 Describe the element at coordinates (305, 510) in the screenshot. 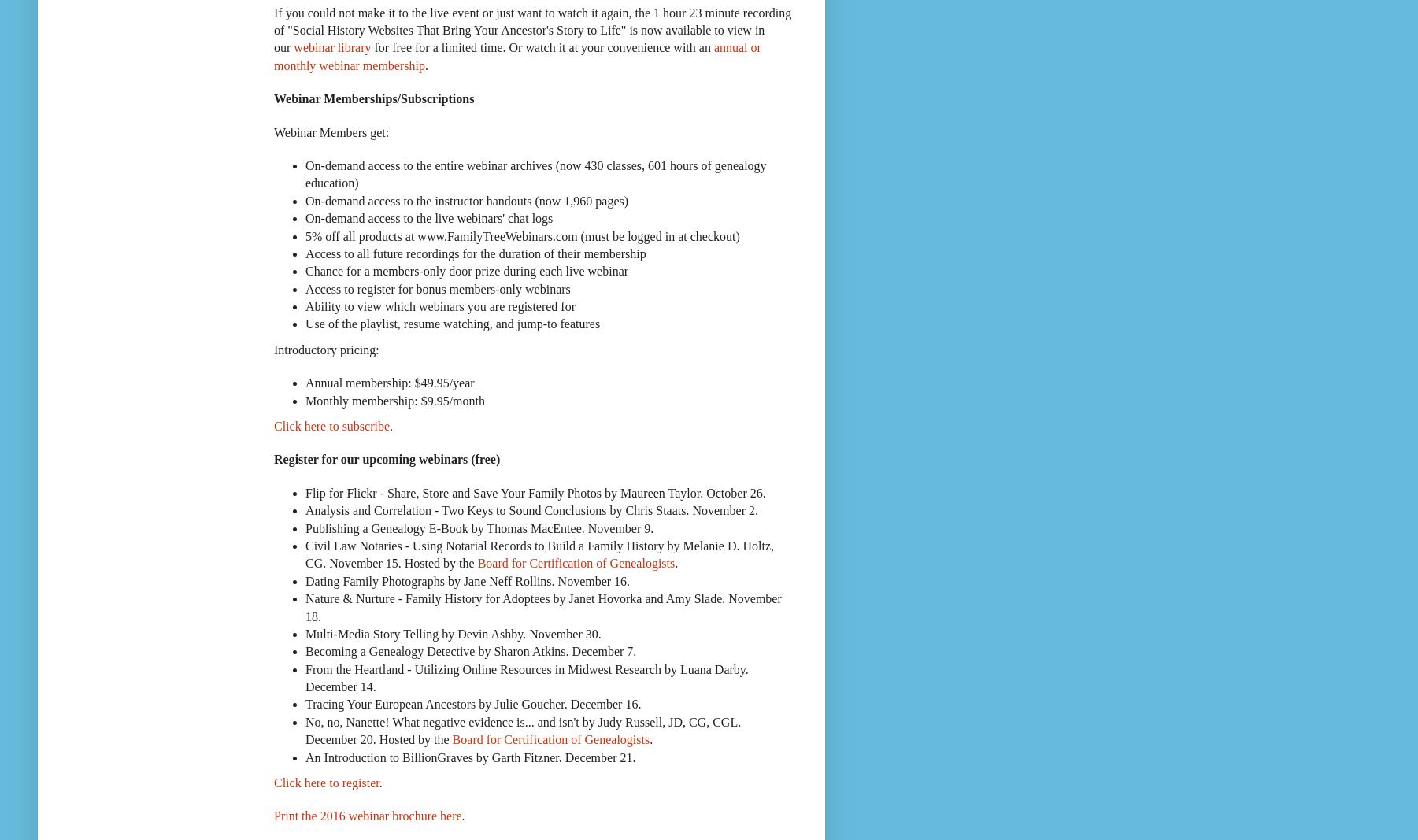

I see `'Analysis and Correlation - Two Keys to Sound Conclusions by Chris Staats. November 2.'` at that location.